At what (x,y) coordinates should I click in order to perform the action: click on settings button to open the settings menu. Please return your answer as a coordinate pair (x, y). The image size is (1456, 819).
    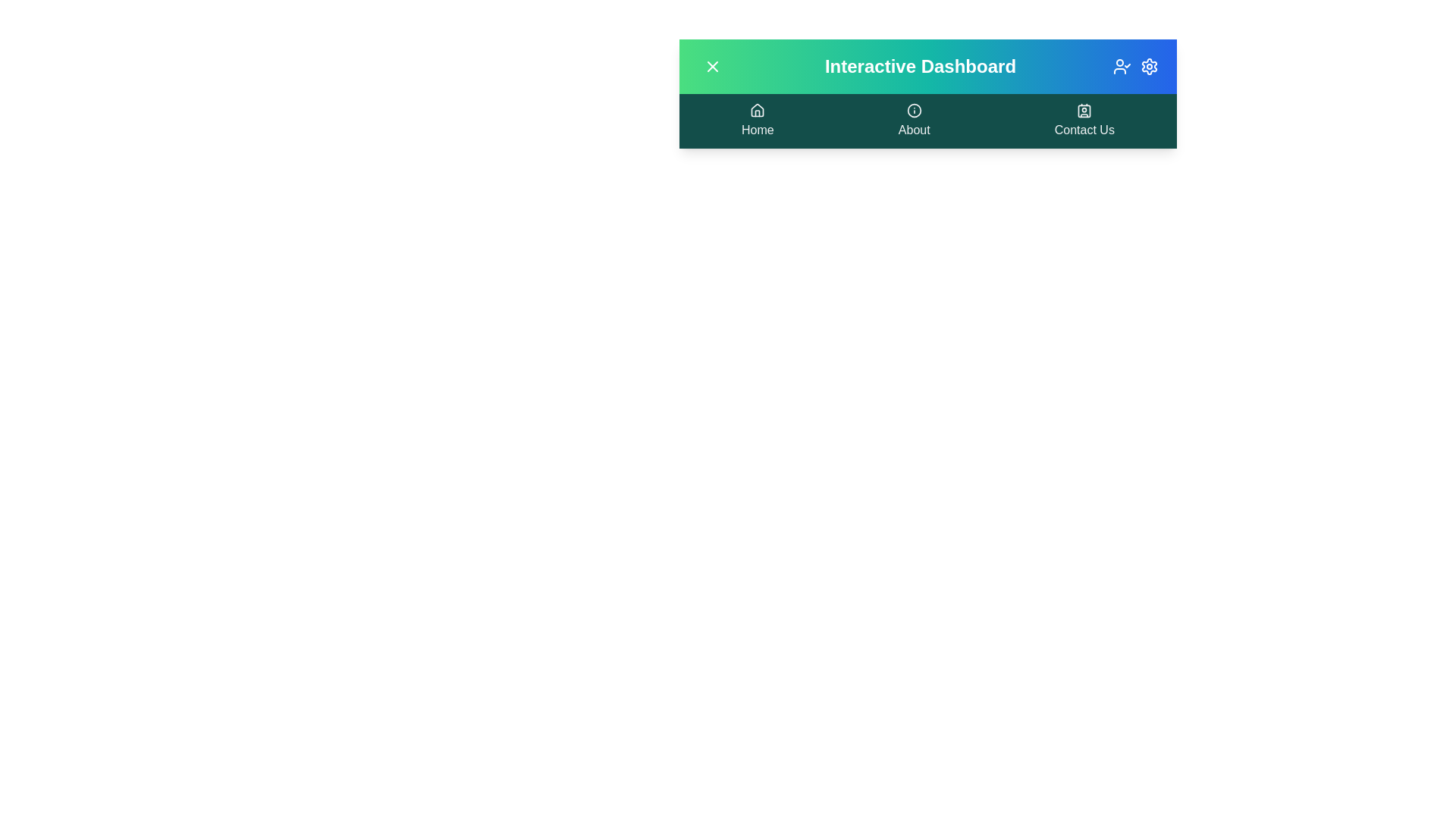
    Looking at the image, I should click on (1150, 66).